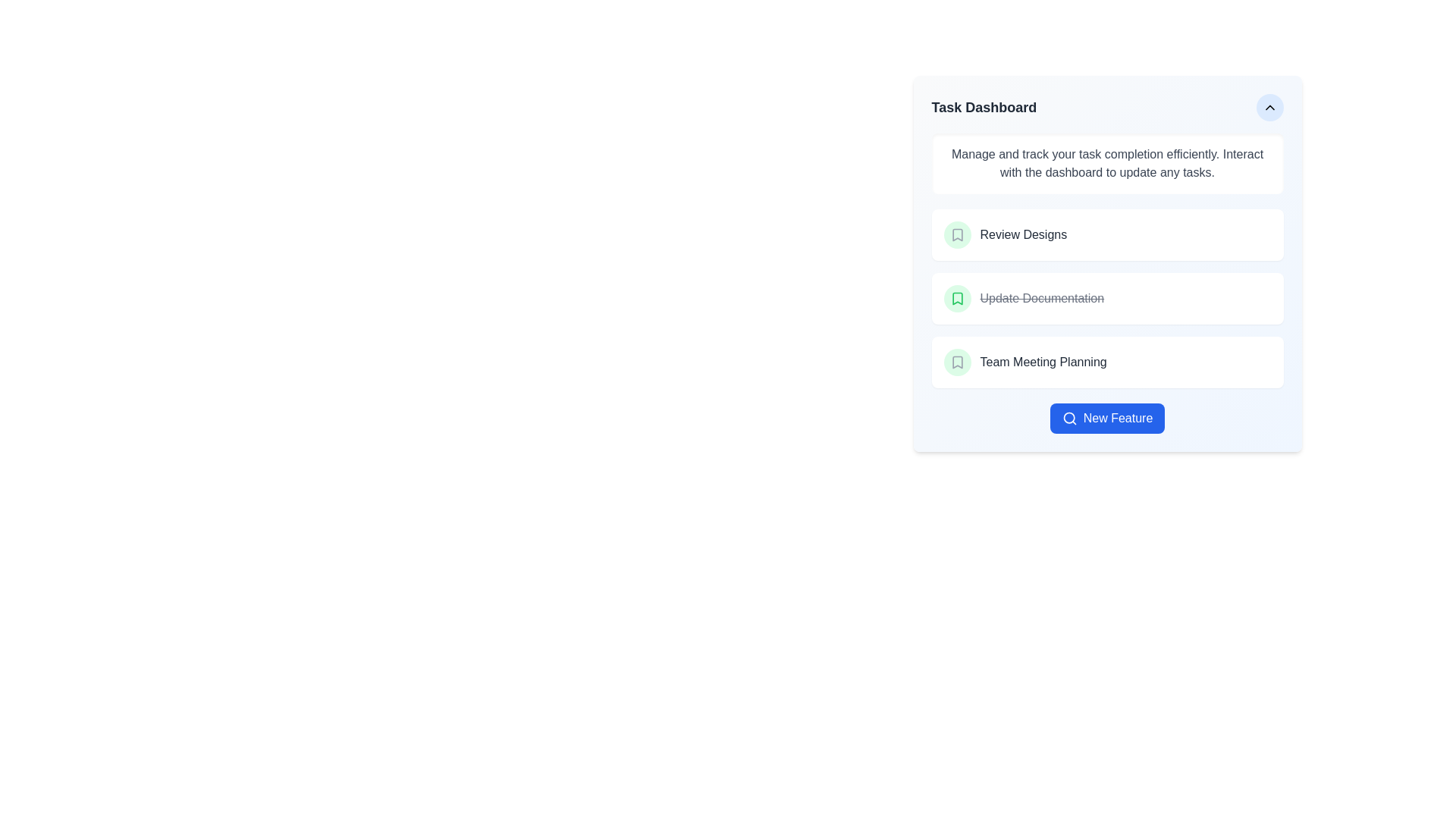 Image resolution: width=1456 pixels, height=819 pixels. Describe the element at coordinates (984, 107) in the screenshot. I see `the bold heading 'Task Dashboard' styled in a large font size and dark gray color, located prominently at the top of the content panel` at that location.